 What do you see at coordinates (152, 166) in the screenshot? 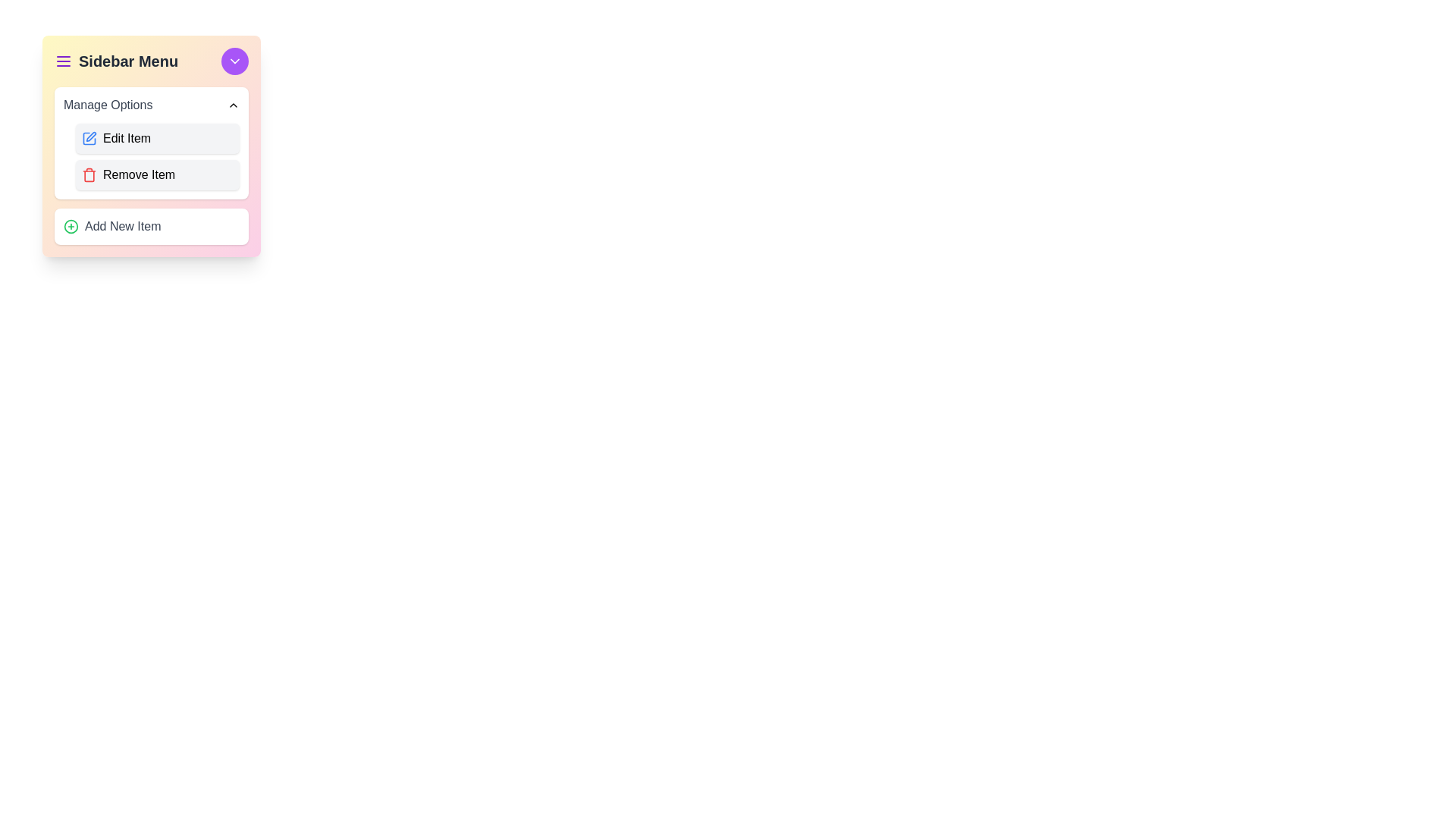
I see `the 'Remove Item' button in the 'Manage Options' section of the sidebar menu` at bounding box center [152, 166].